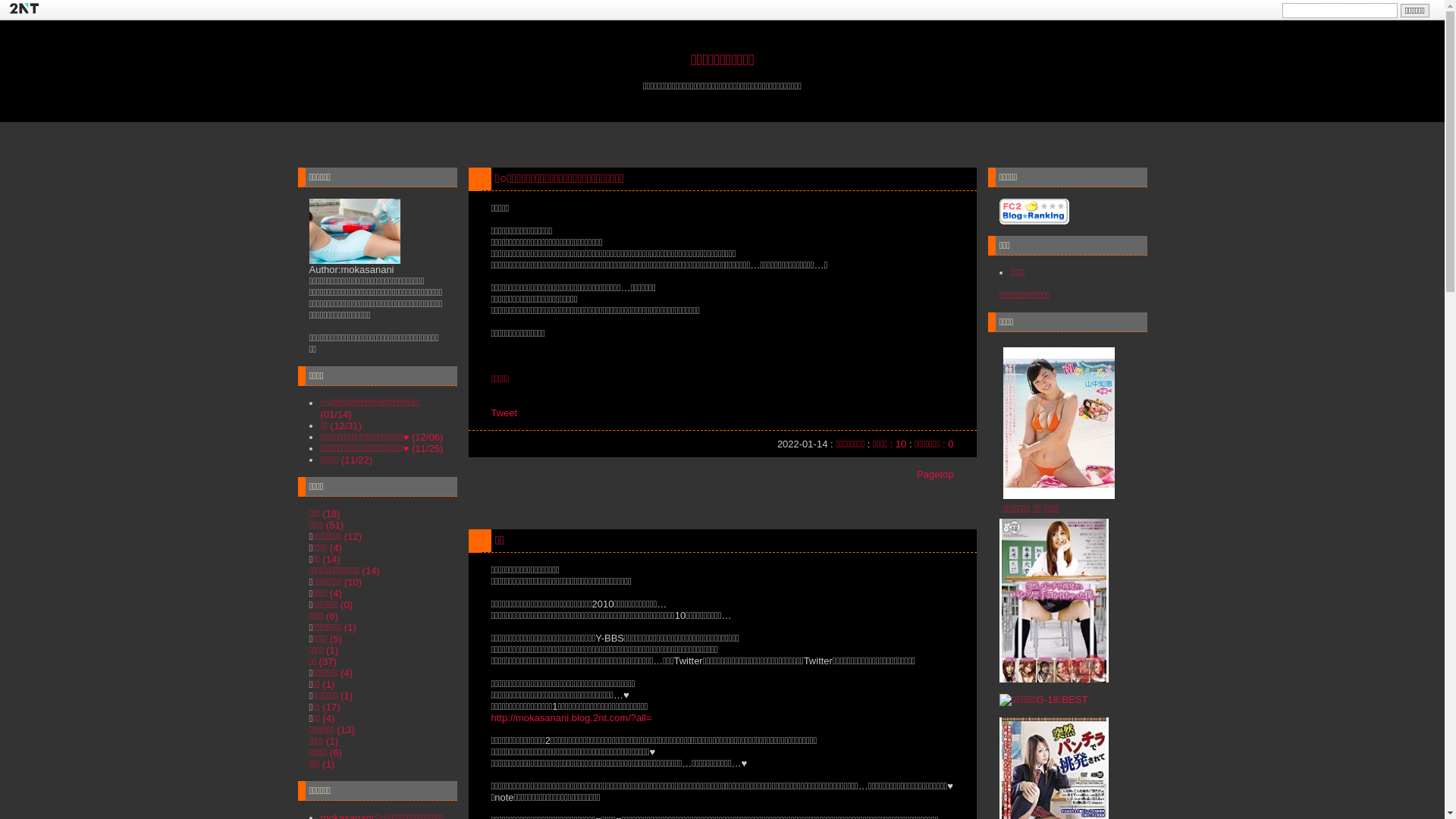 Image resolution: width=1456 pixels, height=819 pixels. Describe the element at coordinates (916, 473) in the screenshot. I see `'Pagetop'` at that location.